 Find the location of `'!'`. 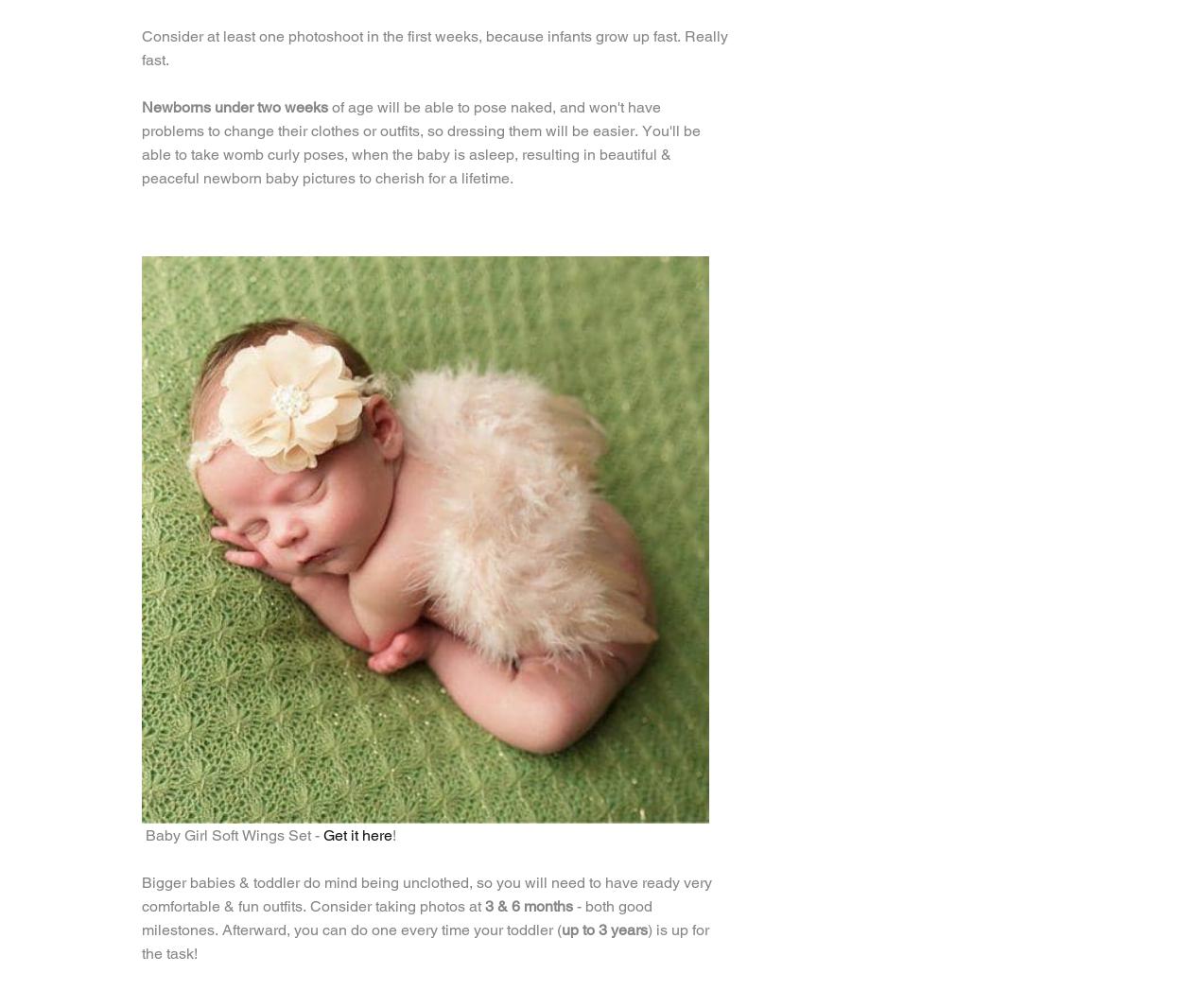

'!' is located at coordinates (394, 835).